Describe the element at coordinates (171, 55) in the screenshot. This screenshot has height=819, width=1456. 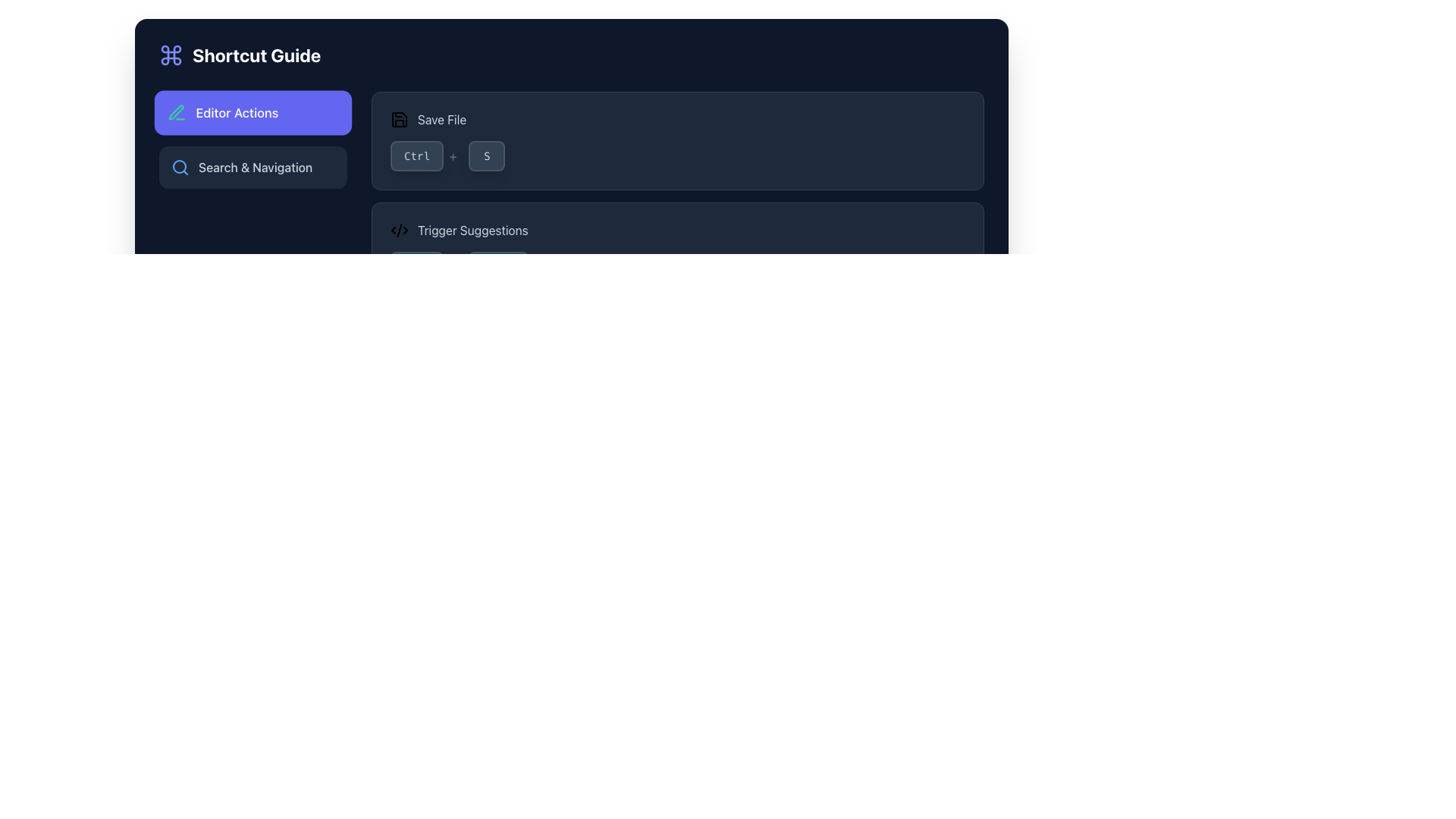
I see `the SVG command symbol icon located to the left of the 'Shortcut Guide' text in the top-left area of the interface` at that location.